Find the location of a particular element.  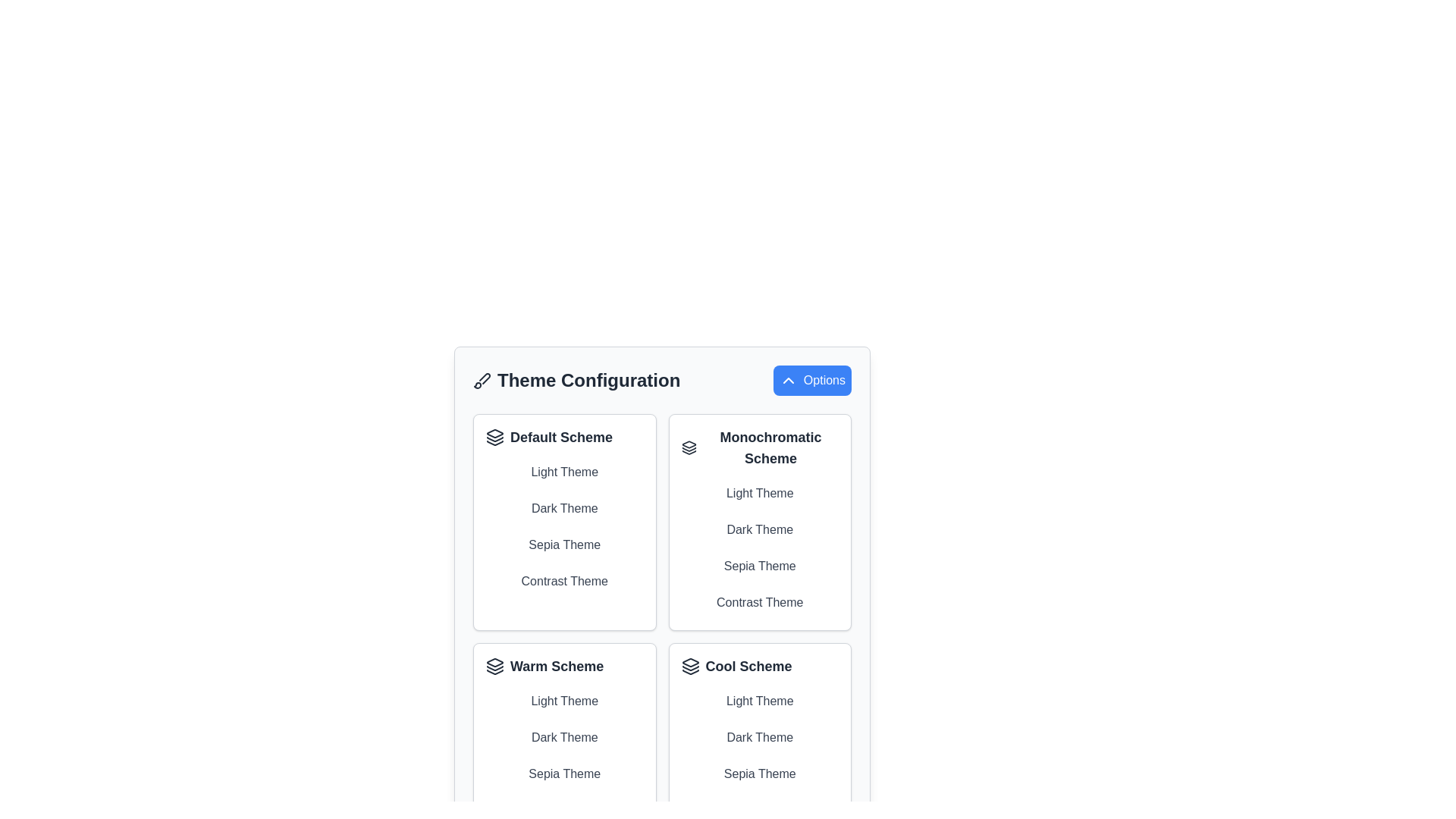

the 'Options' button is located at coordinates (811, 379).